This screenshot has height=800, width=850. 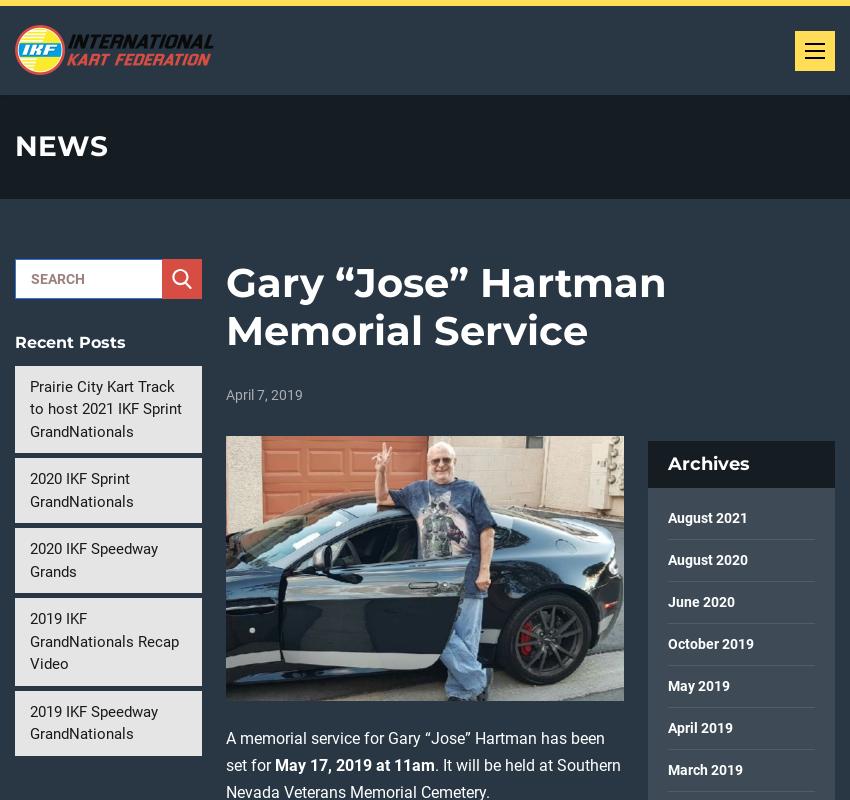 I want to click on 'Recent Posts', so click(x=70, y=341).